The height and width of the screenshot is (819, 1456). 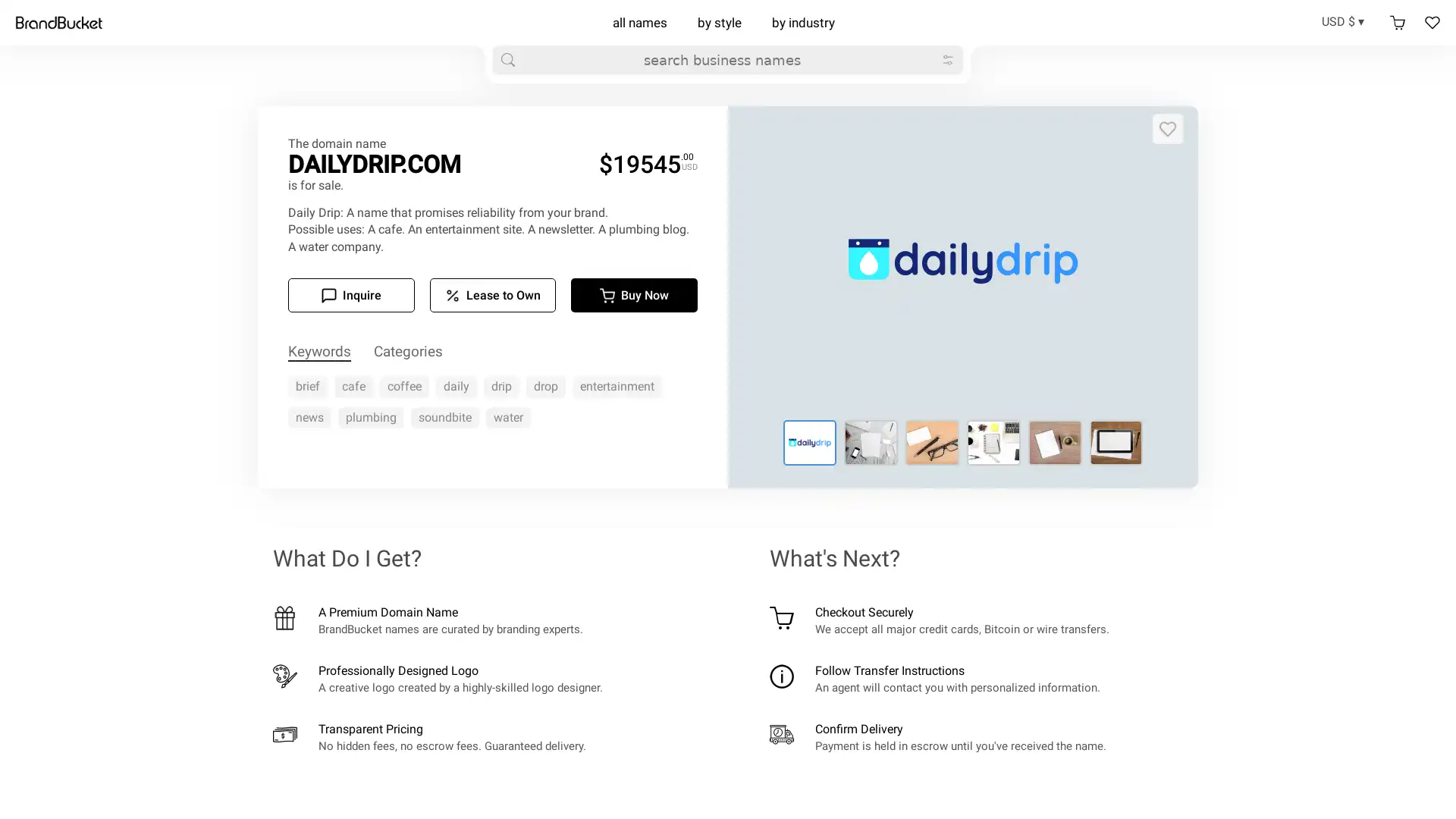 I want to click on Inquire Inquire, so click(x=350, y=295).